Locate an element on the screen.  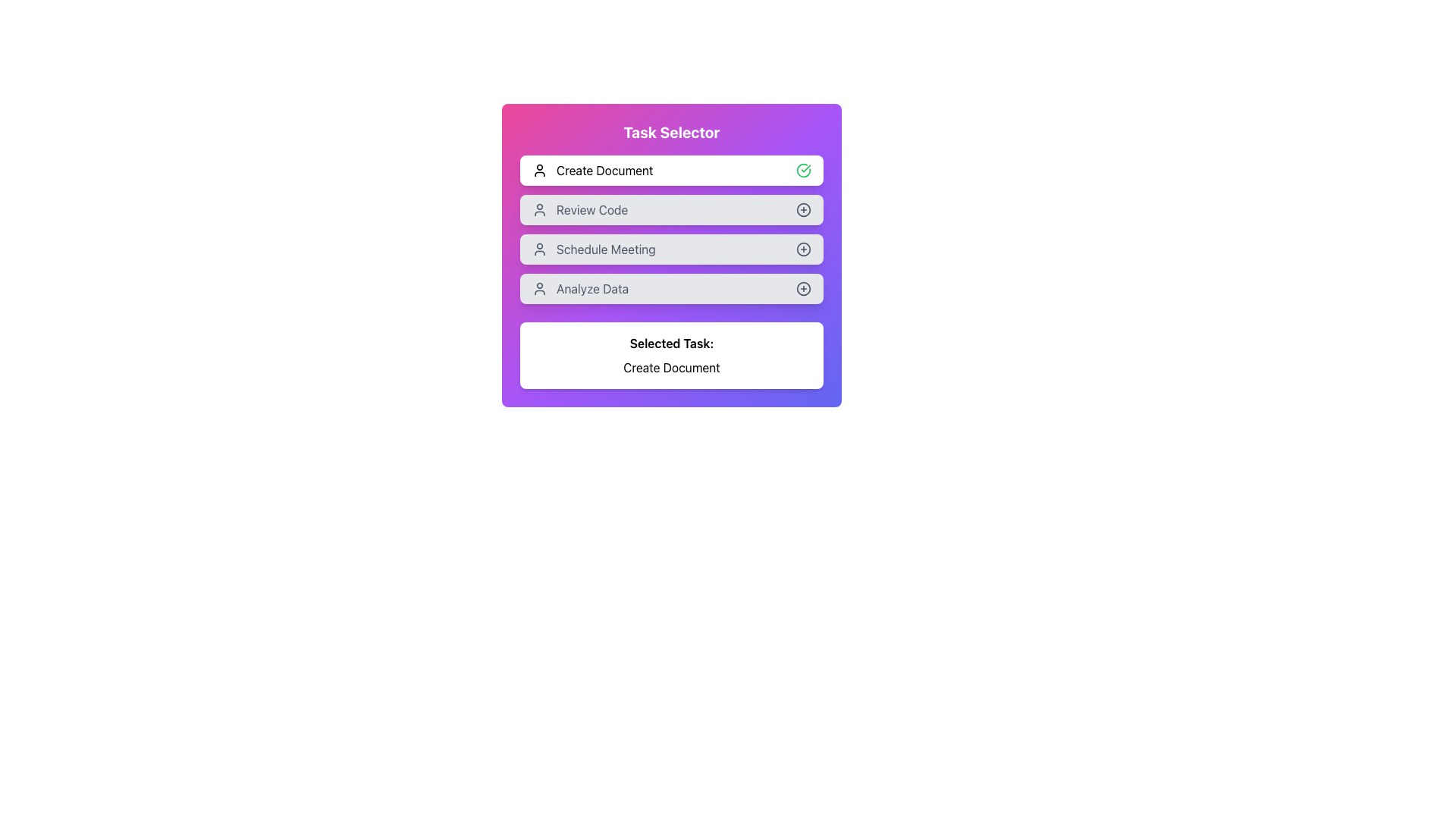
the circular icon button with a central plus sign located at the end of the 'Schedule Meeting' option row is located at coordinates (803, 248).